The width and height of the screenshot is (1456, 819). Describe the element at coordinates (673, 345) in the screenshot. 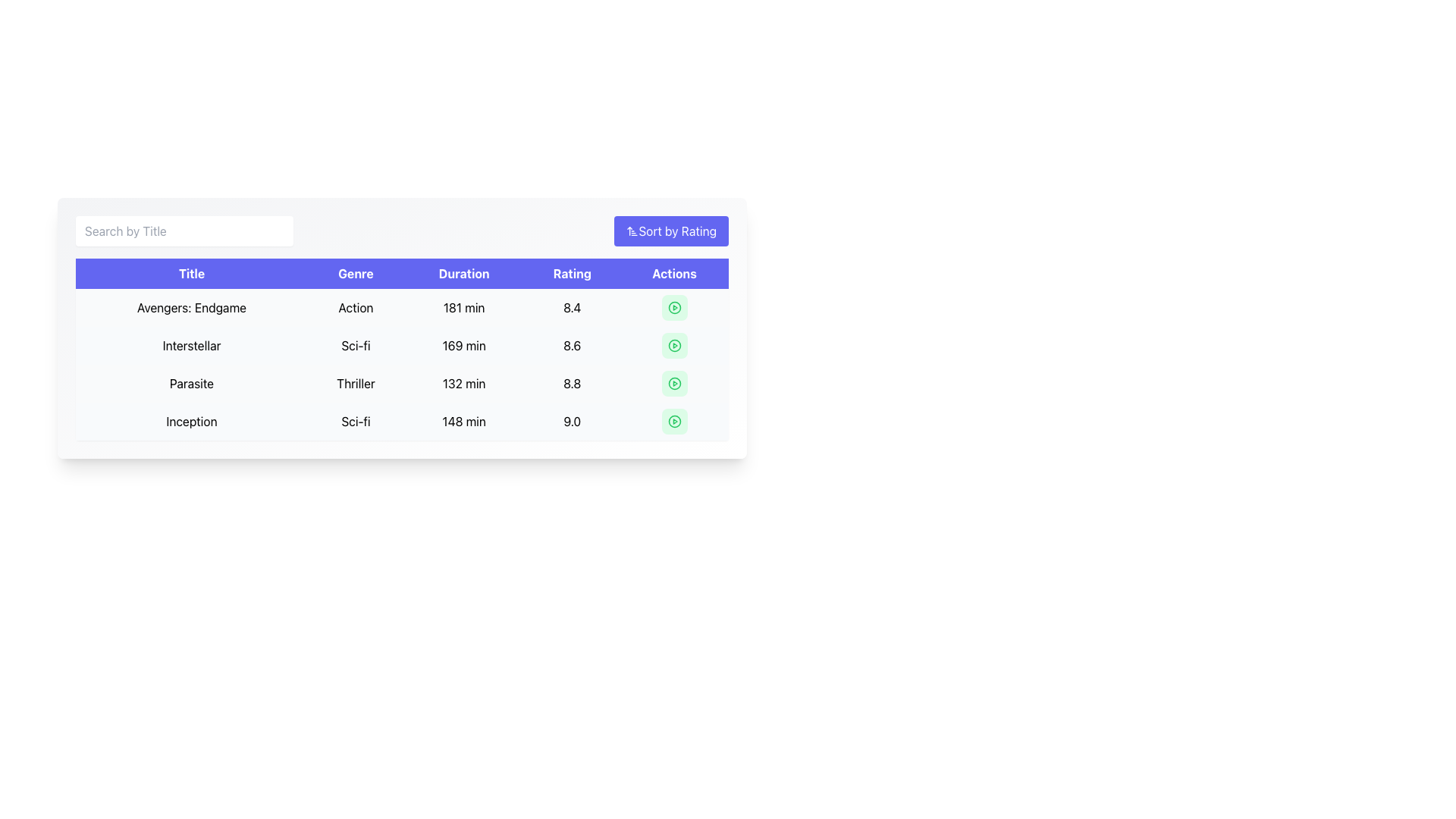

I see `the circular play button with a green circle and play icon located` at that location.